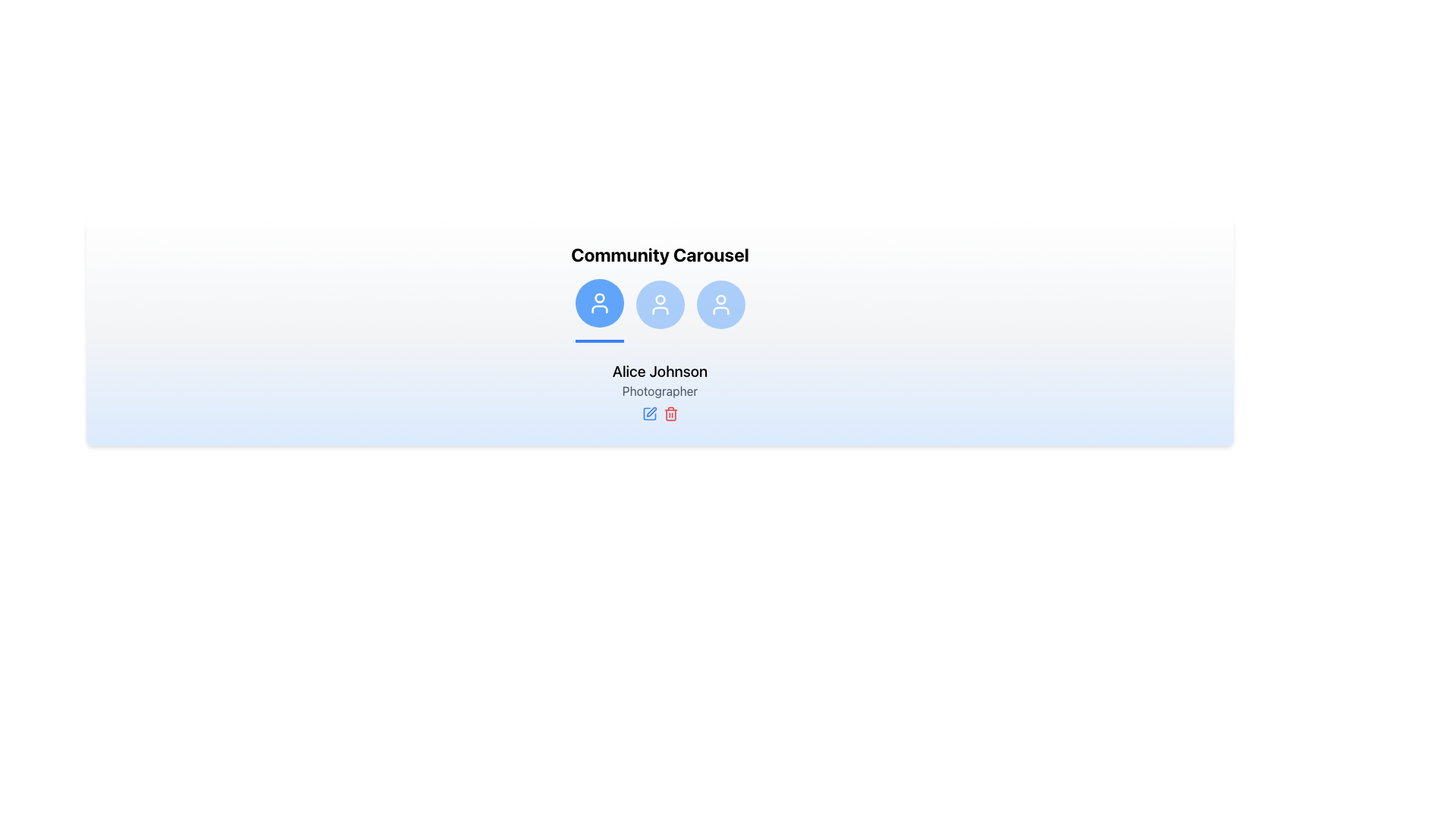 The height and width of the screenshot is (819, 1456). Describe the element at coordinates (660, 253) in the screenshot. I see `the heading element that serves as a descriptive header for the section of the interface, located centrally above a row of user icons` at that location.